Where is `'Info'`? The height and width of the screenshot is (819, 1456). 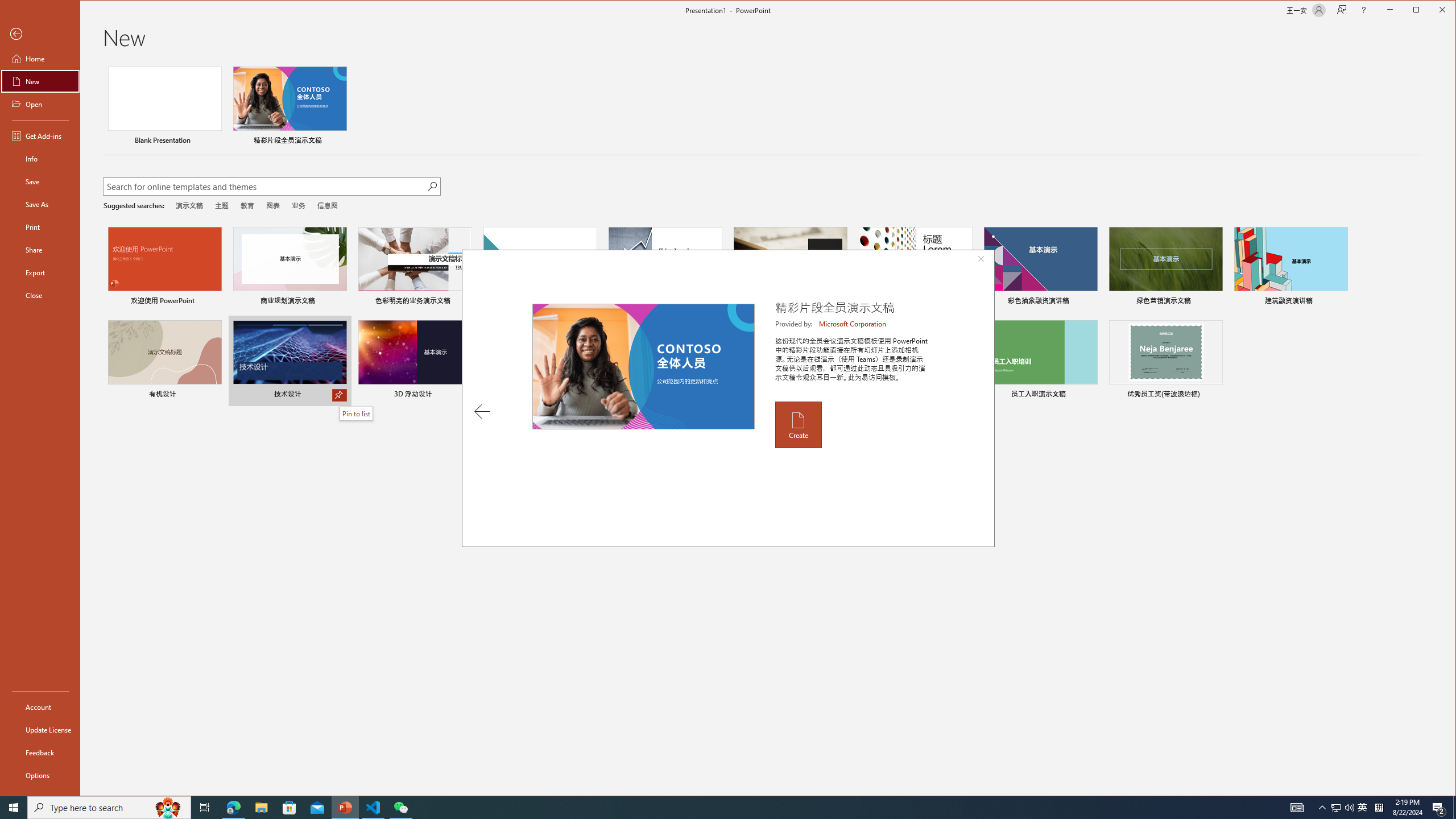
'Info' is located at coordinates (39, 159).